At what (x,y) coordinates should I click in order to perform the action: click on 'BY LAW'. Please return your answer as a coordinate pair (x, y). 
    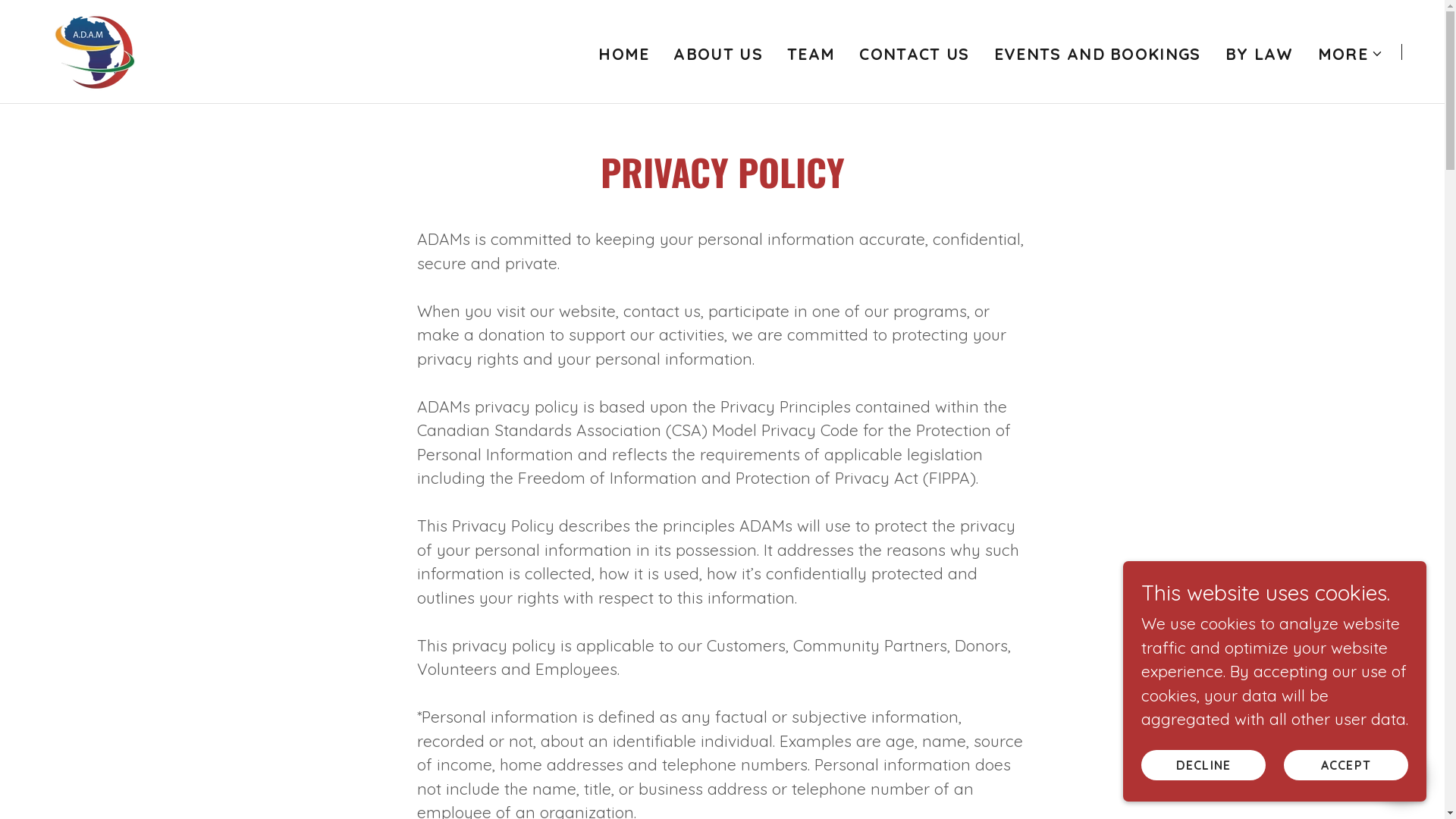
    Looking at the image, I should click on (1220, 52).